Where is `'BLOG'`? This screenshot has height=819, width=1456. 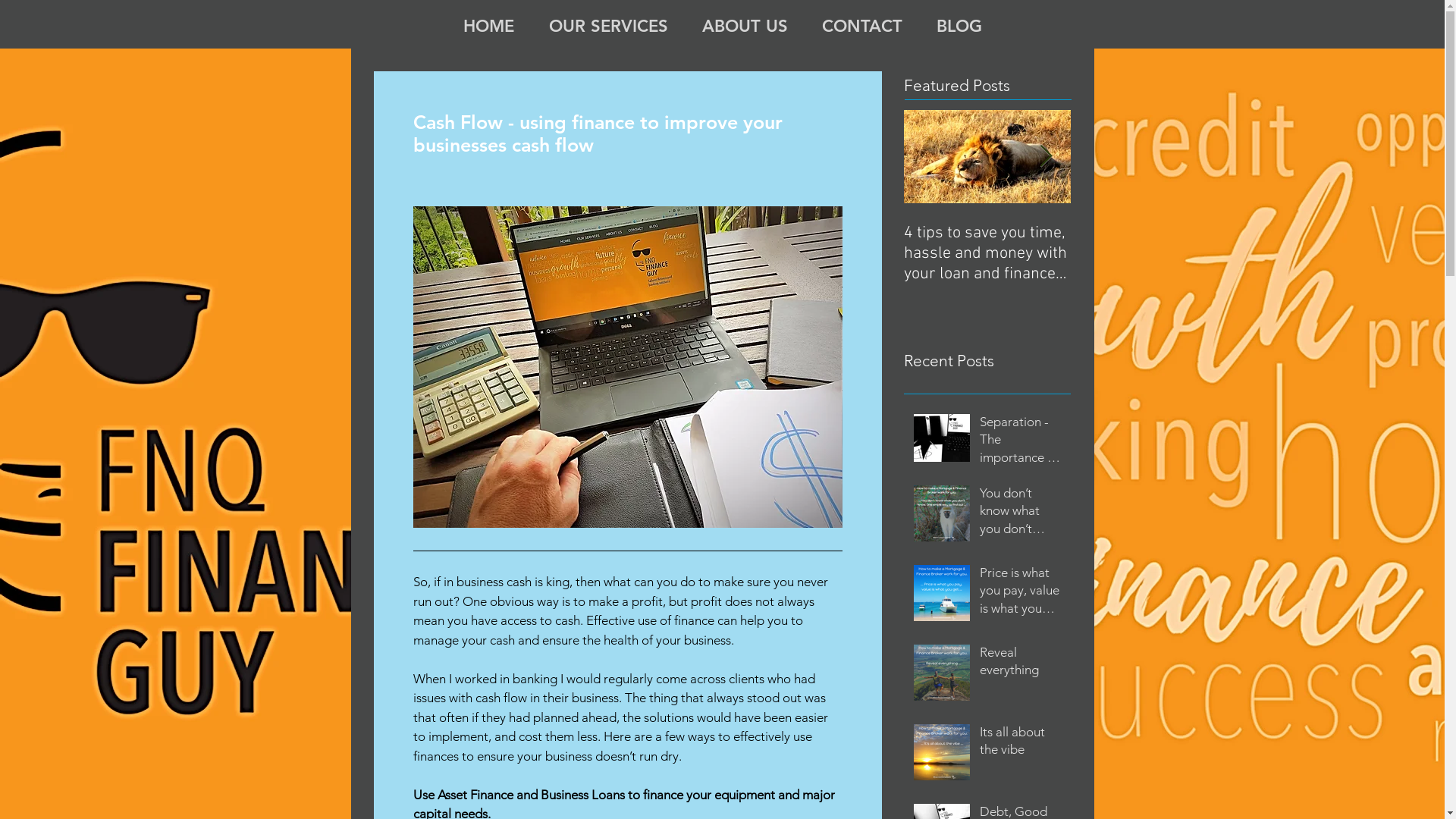 'BLOG' is located at coordinates (958, 24).